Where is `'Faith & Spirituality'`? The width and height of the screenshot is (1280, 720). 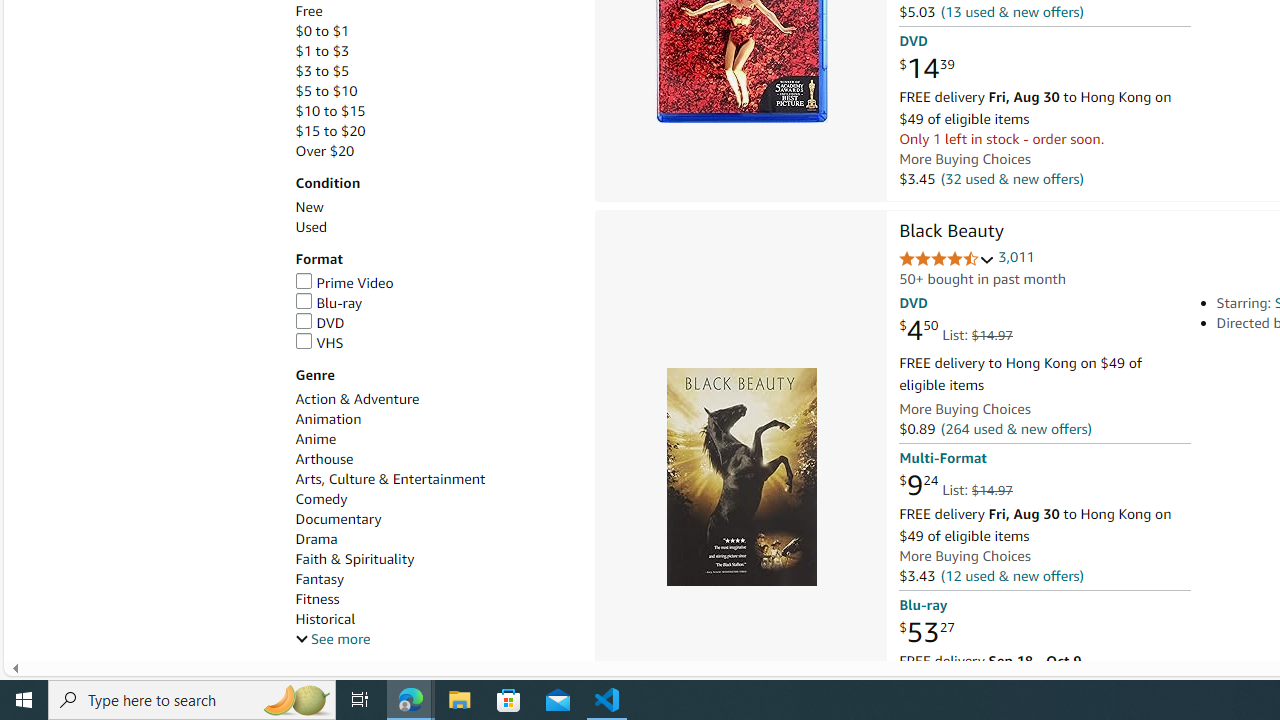
'Faith & Spirituality' is located at coordinates (433, 559).